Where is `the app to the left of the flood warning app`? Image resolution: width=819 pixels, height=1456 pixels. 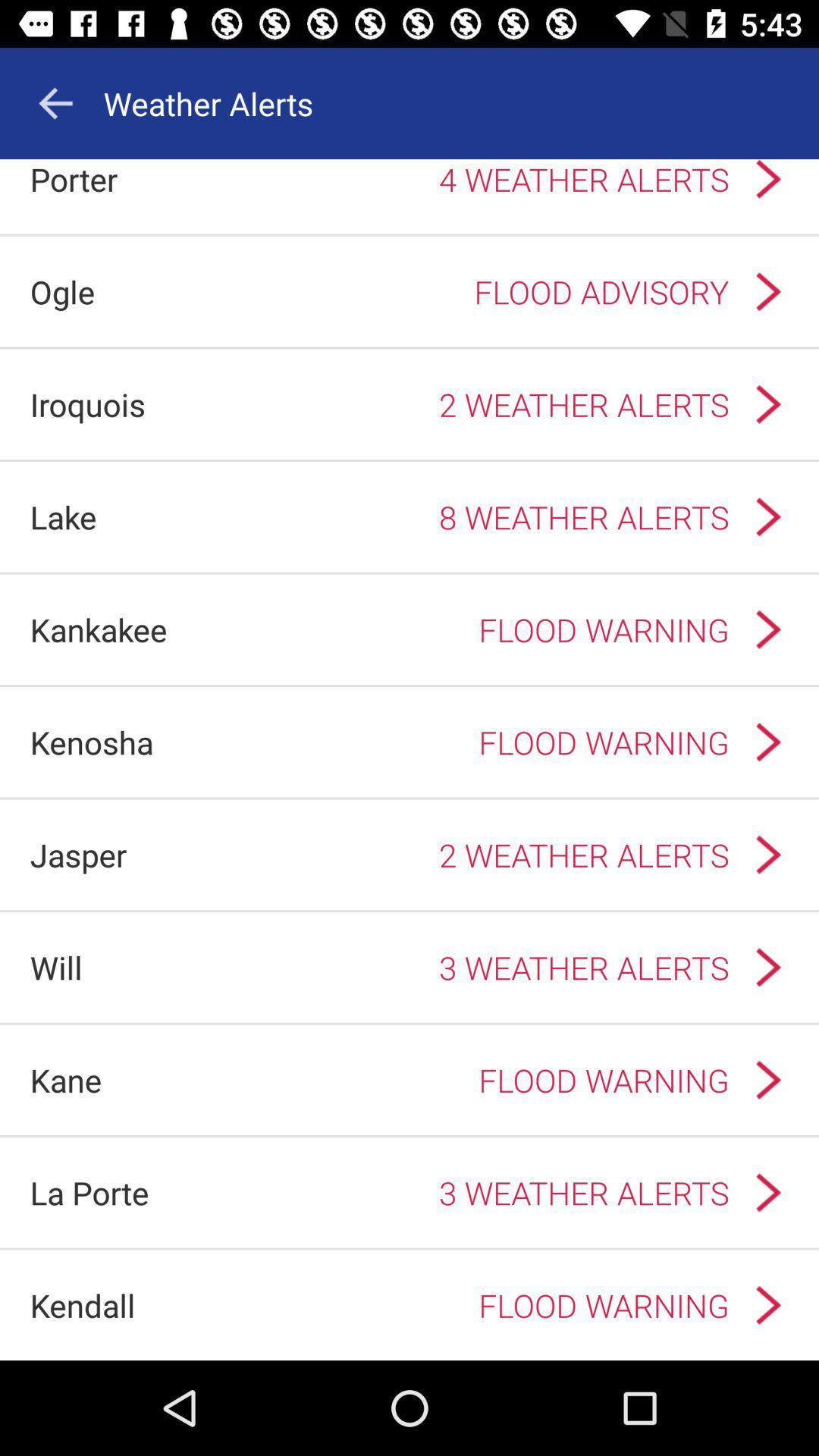 the app to the left of the flood warning app is located at coordinates (92, 742).